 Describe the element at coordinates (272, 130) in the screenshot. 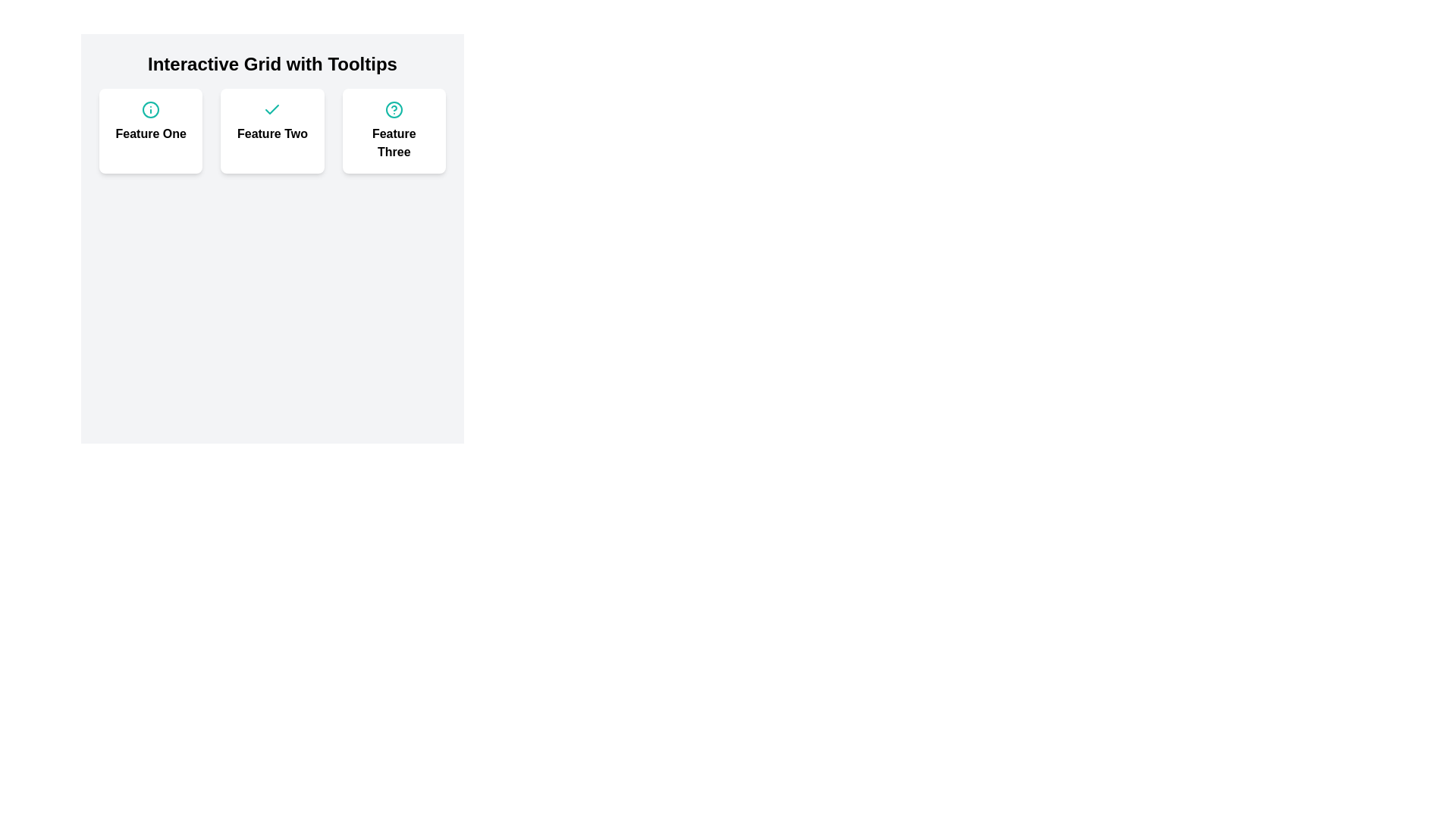

I see `the card component that is white with a shadow effect, featuring a teal checkmark icon and the bold text 'Feature Two', which is the second card in a three-column layout` at that location.